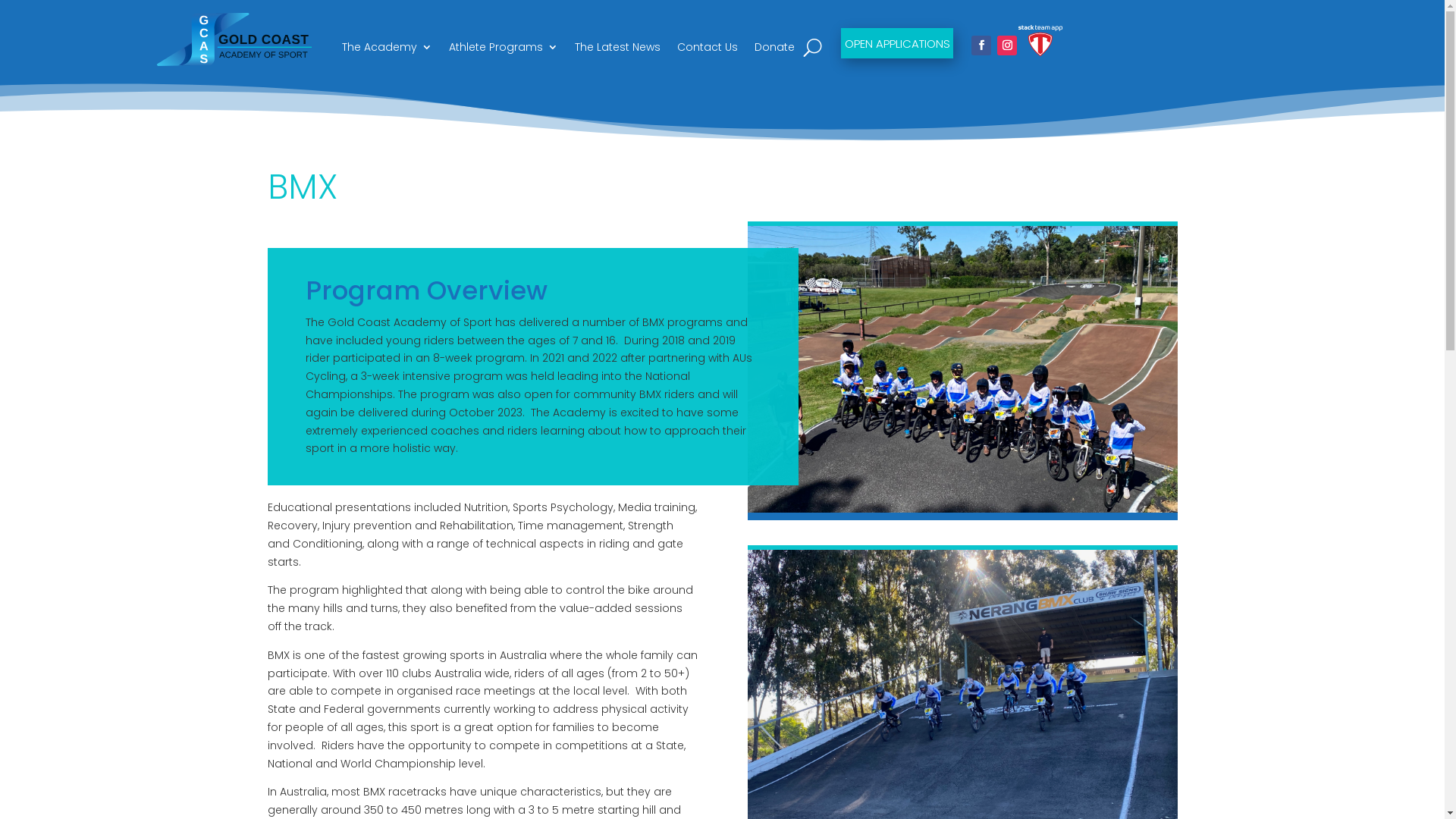 This screenshot has height=819, width=1456. Describe the element at coordinates (962, 369) in the screenshot. I see `'18'` at that location.